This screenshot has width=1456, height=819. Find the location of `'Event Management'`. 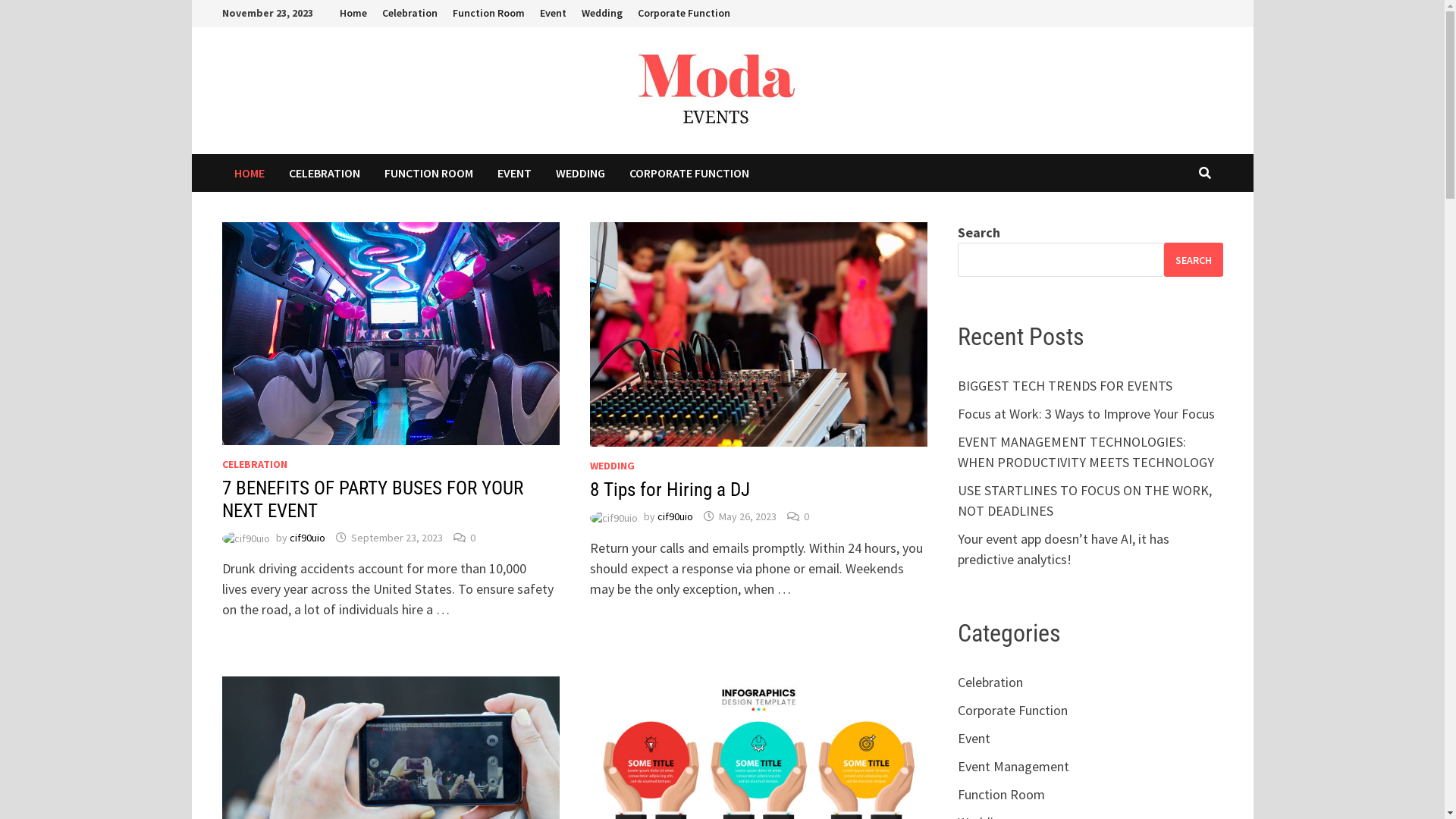

'Event Management' is located at coordinates (1013, 766).